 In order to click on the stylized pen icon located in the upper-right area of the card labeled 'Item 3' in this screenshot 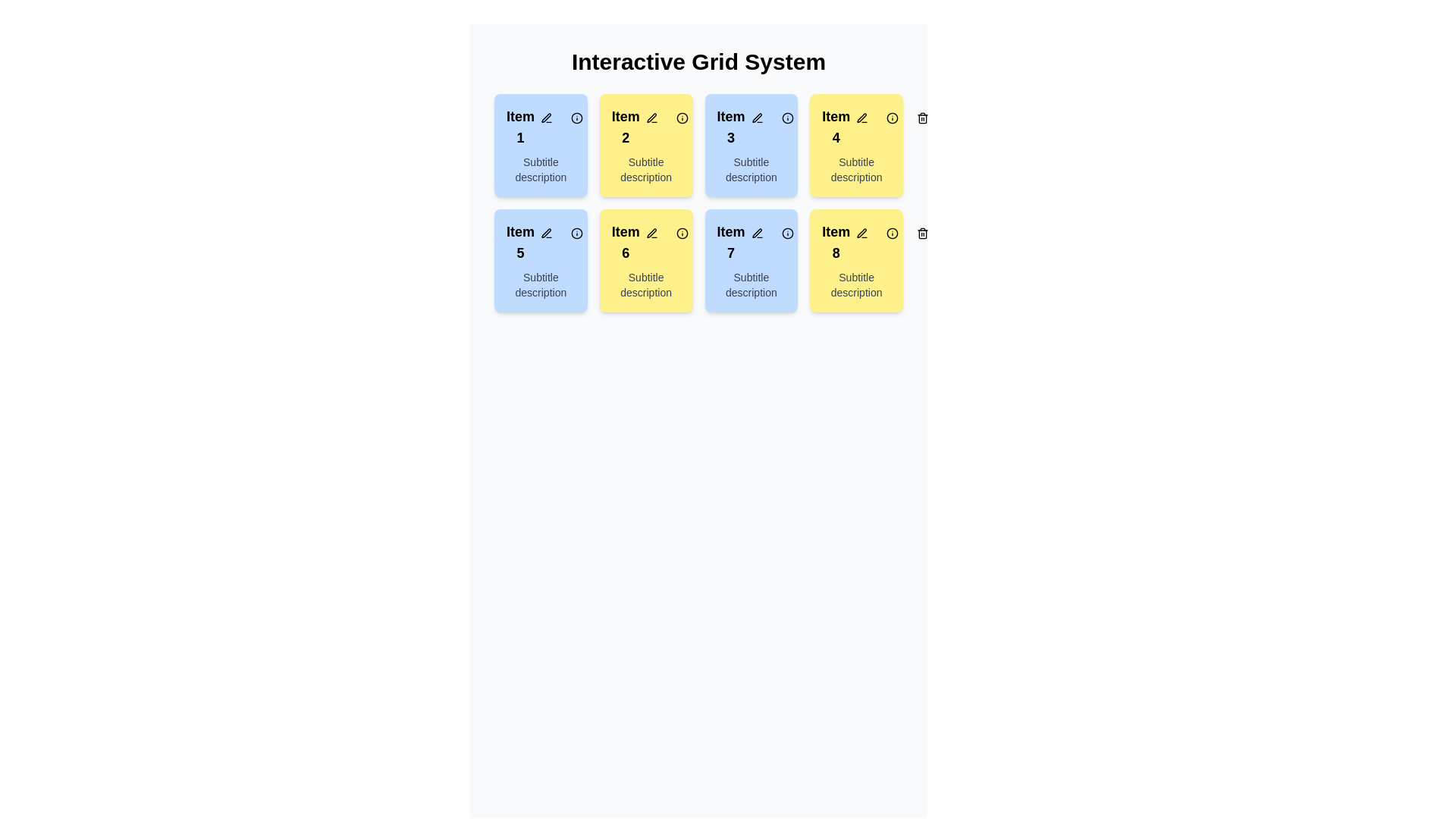, I will do `click(757, 116)`.